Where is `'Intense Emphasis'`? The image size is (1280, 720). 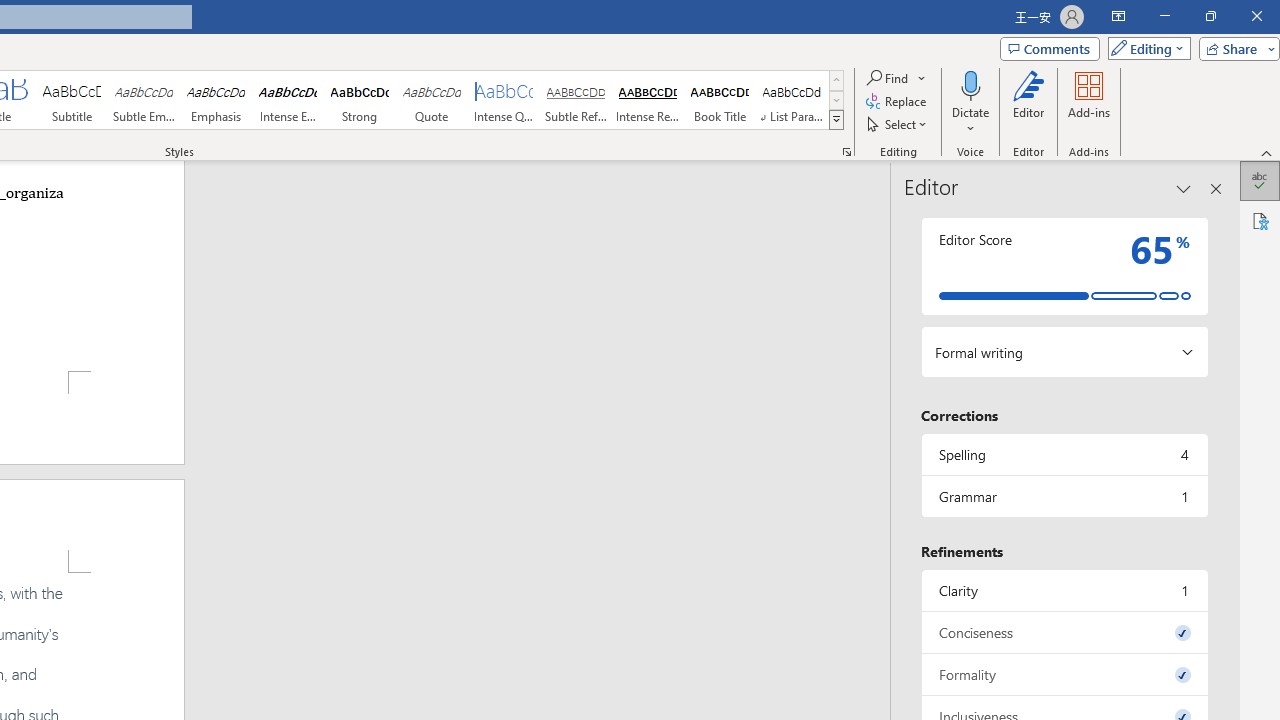 'Intense Emphasis' is located at coordinates (287, 100).